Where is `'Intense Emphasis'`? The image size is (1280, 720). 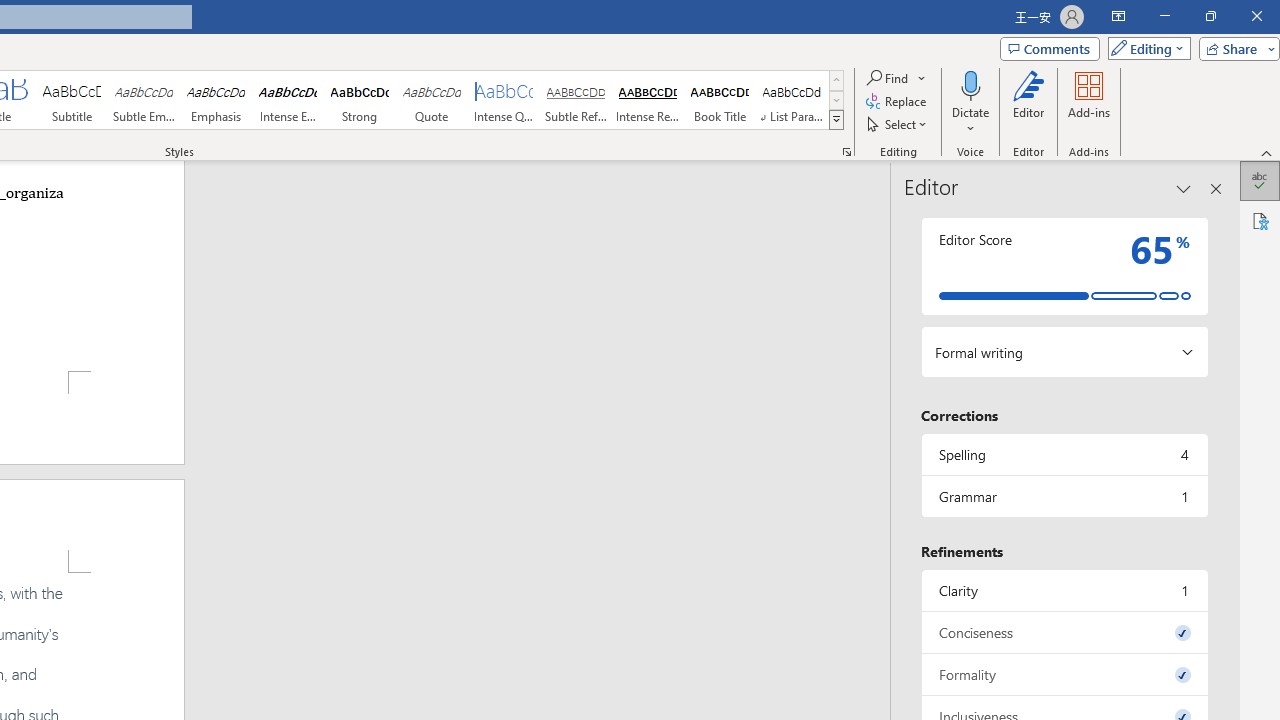 'Intense Emphasis' is located at coordinates (287, 100).